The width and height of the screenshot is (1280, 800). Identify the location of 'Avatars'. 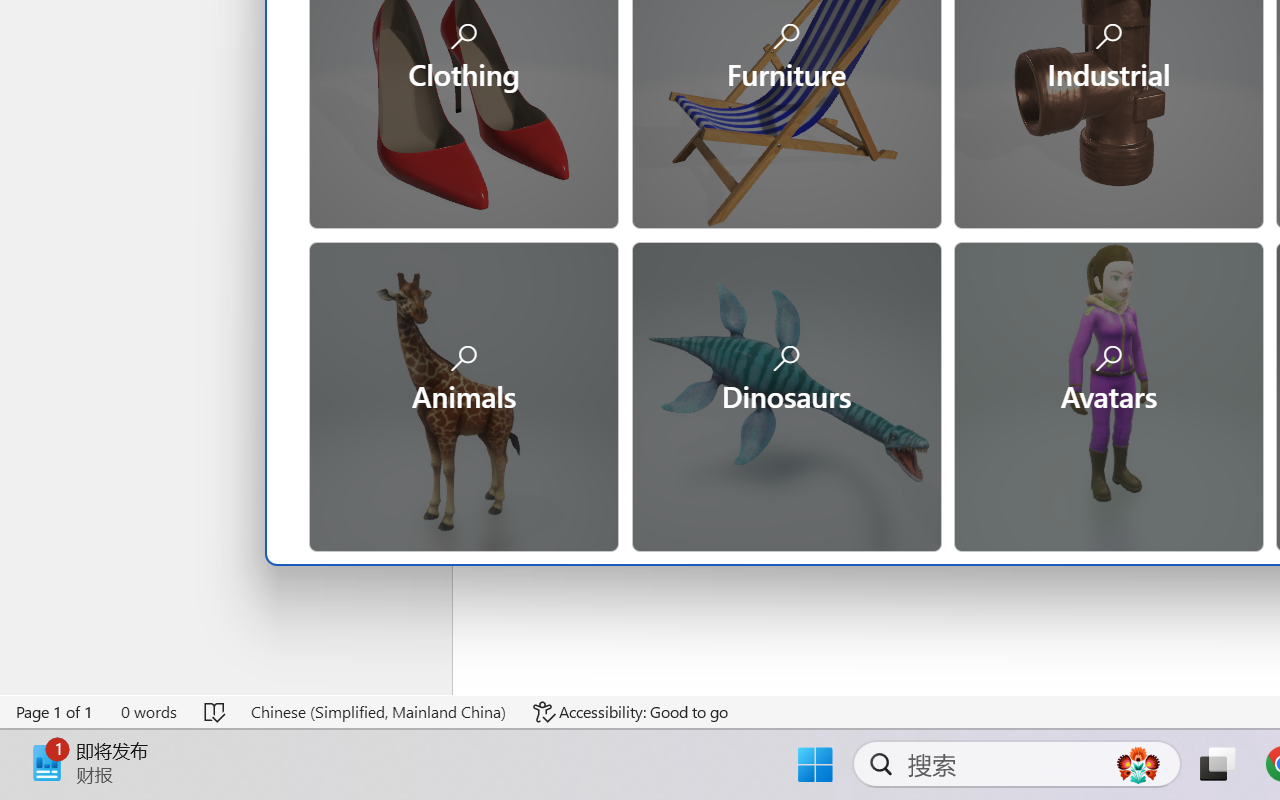
(1106, 393).